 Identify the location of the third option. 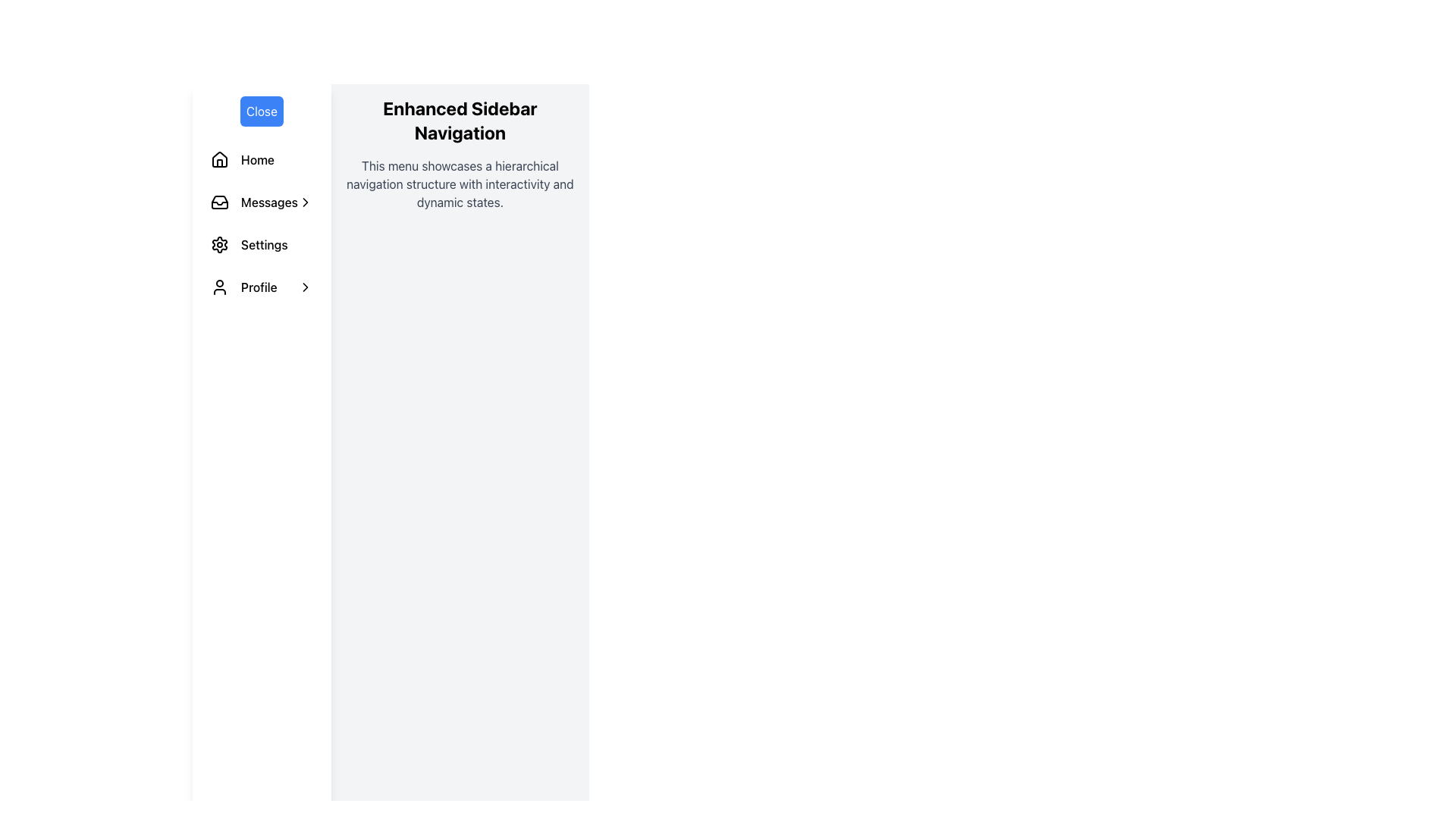
(262, 244).